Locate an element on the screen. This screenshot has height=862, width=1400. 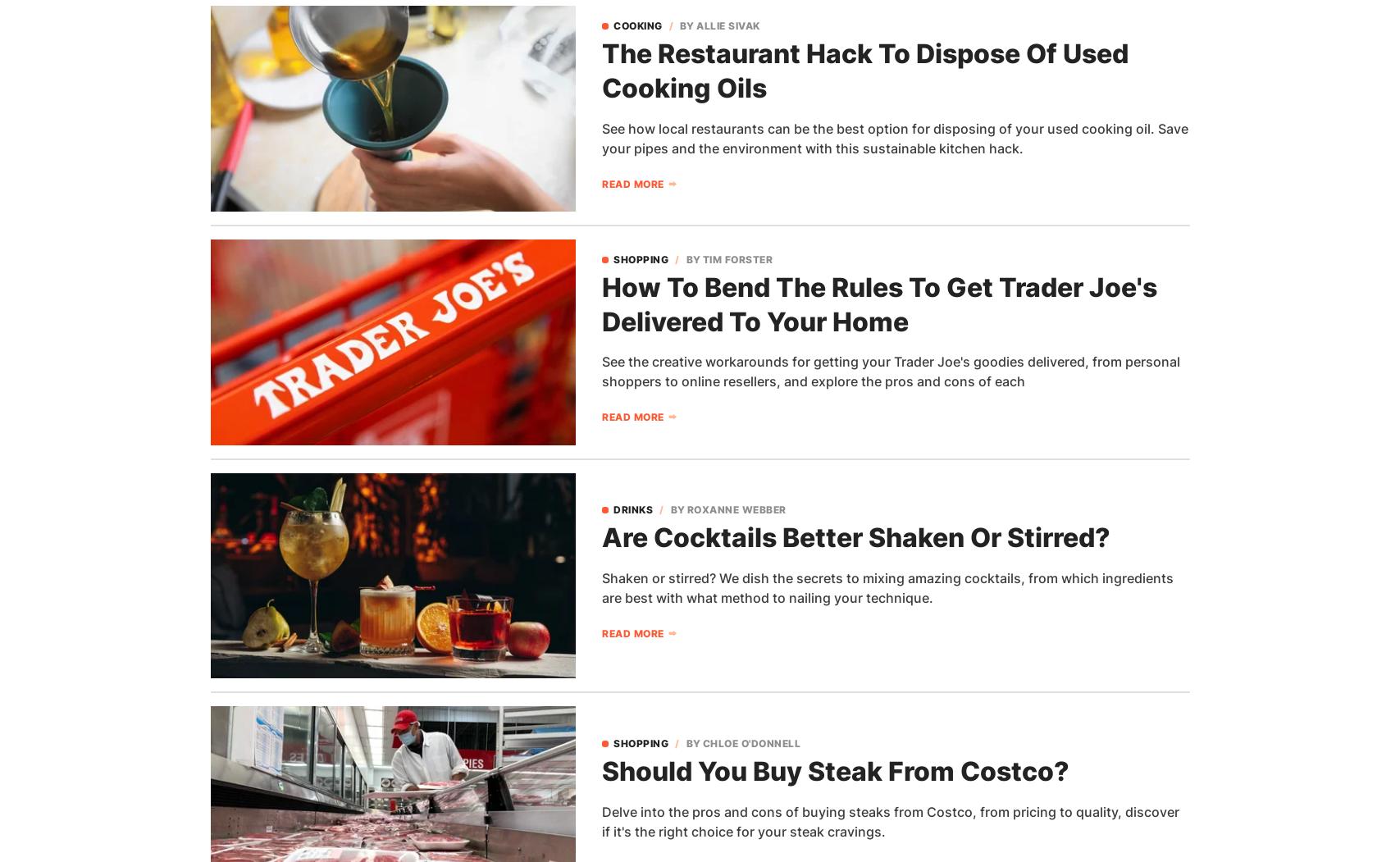
'Drinks' is located at coordinates (633, 509).